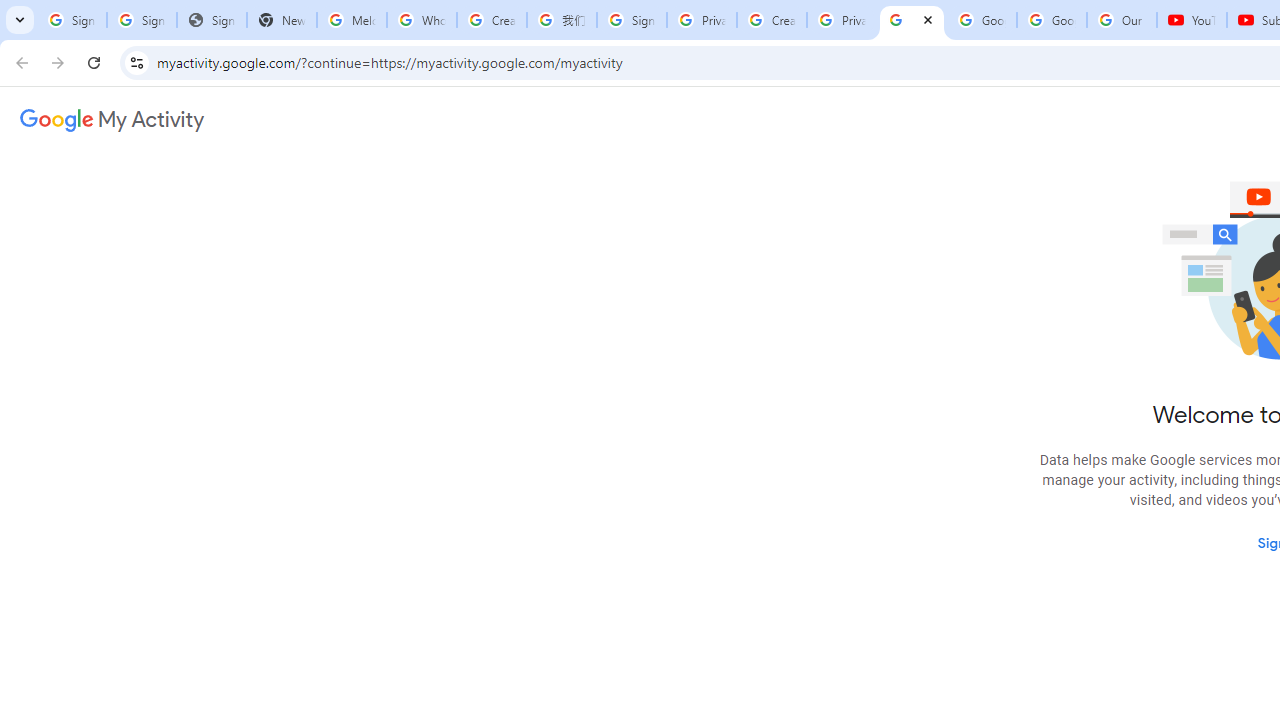 The width and height of the screenshot is (1280, 720). I want to click on 'New Tab', so click(281, 20).